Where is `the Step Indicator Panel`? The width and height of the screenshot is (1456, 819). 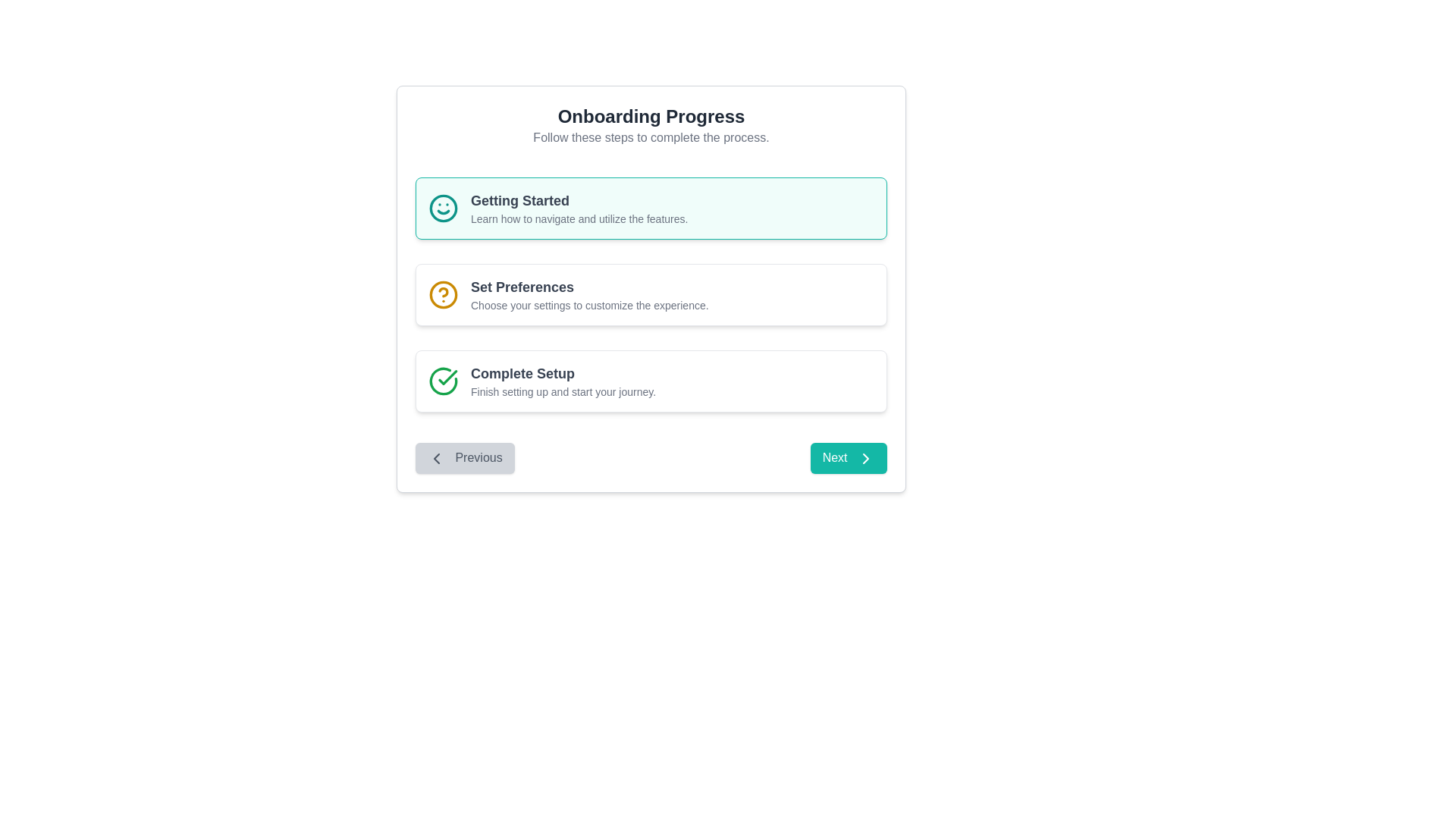 the Step Indicator Panel is located at coordinates (651, 295).